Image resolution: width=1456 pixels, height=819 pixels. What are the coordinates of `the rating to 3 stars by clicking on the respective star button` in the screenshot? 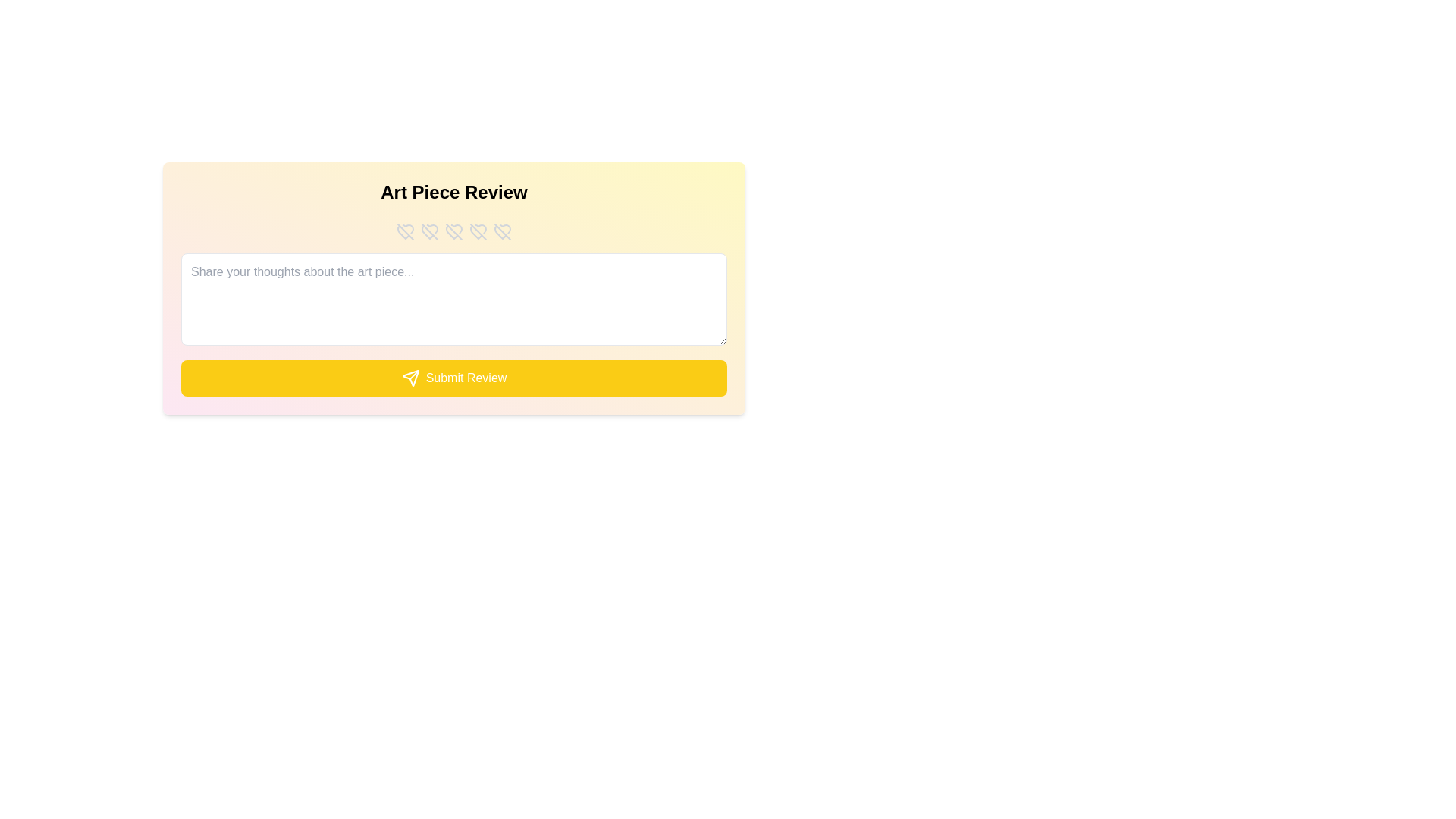 It's located at (453, 231).